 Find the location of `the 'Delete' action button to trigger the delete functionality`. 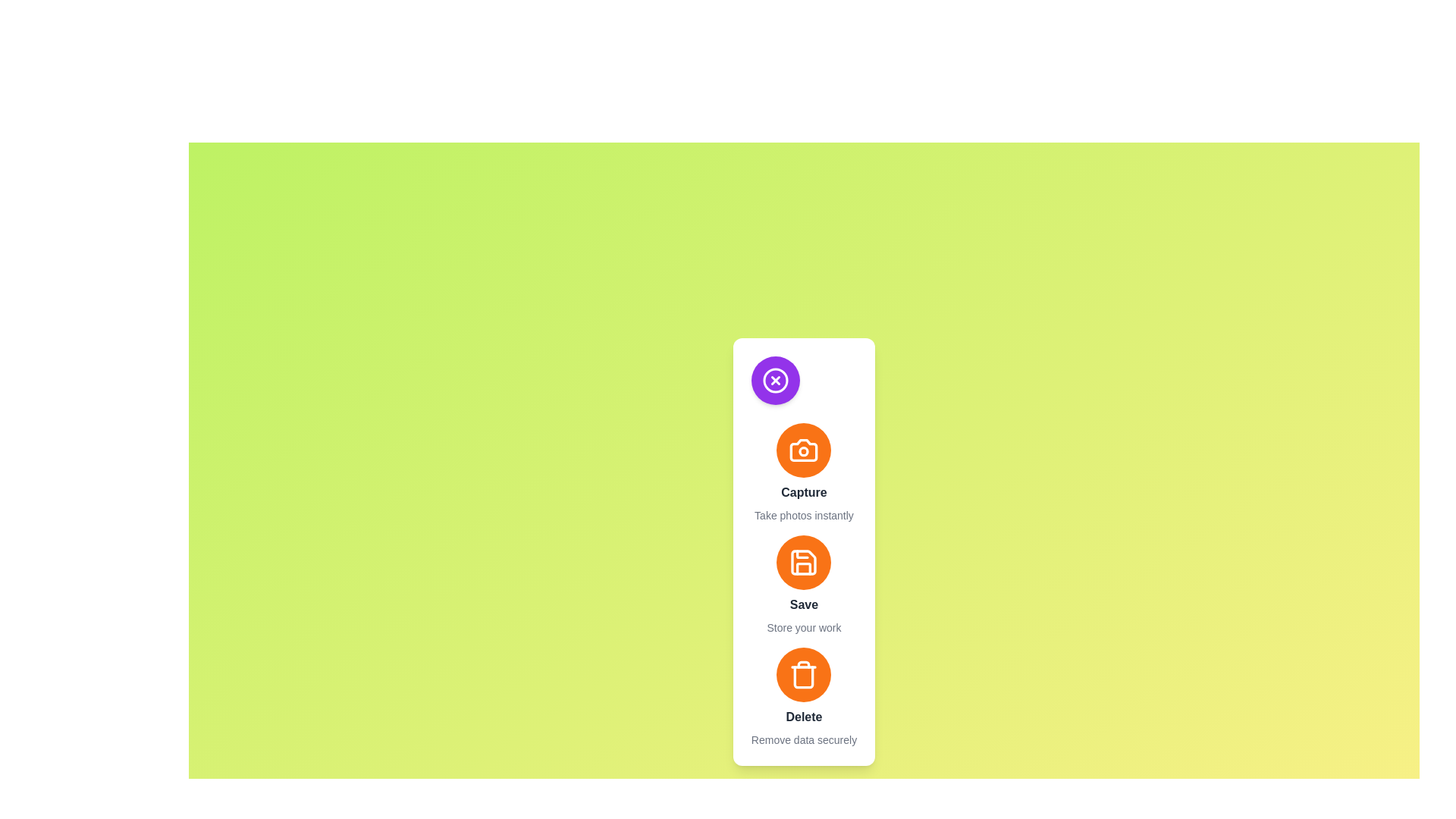

the 'Delete' action button to trigger the delete functionality is located at coordinates (803, 674).